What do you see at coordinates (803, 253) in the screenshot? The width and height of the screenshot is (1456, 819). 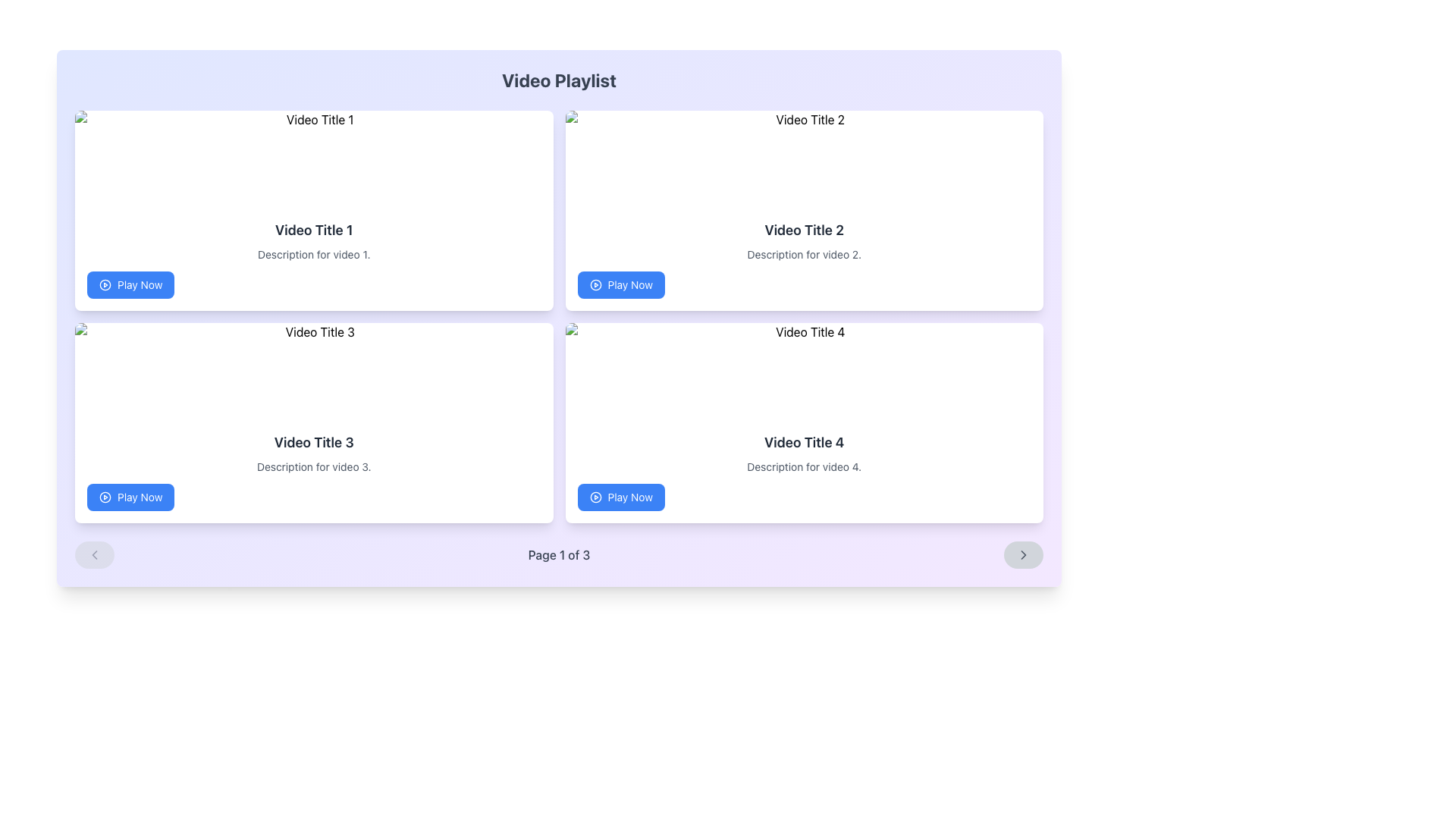 I see `non-interactive text label that provides additional context about 'Video Title 2', positioned below the header and above the 'Play Now' button` at bounding box center [803, 253].